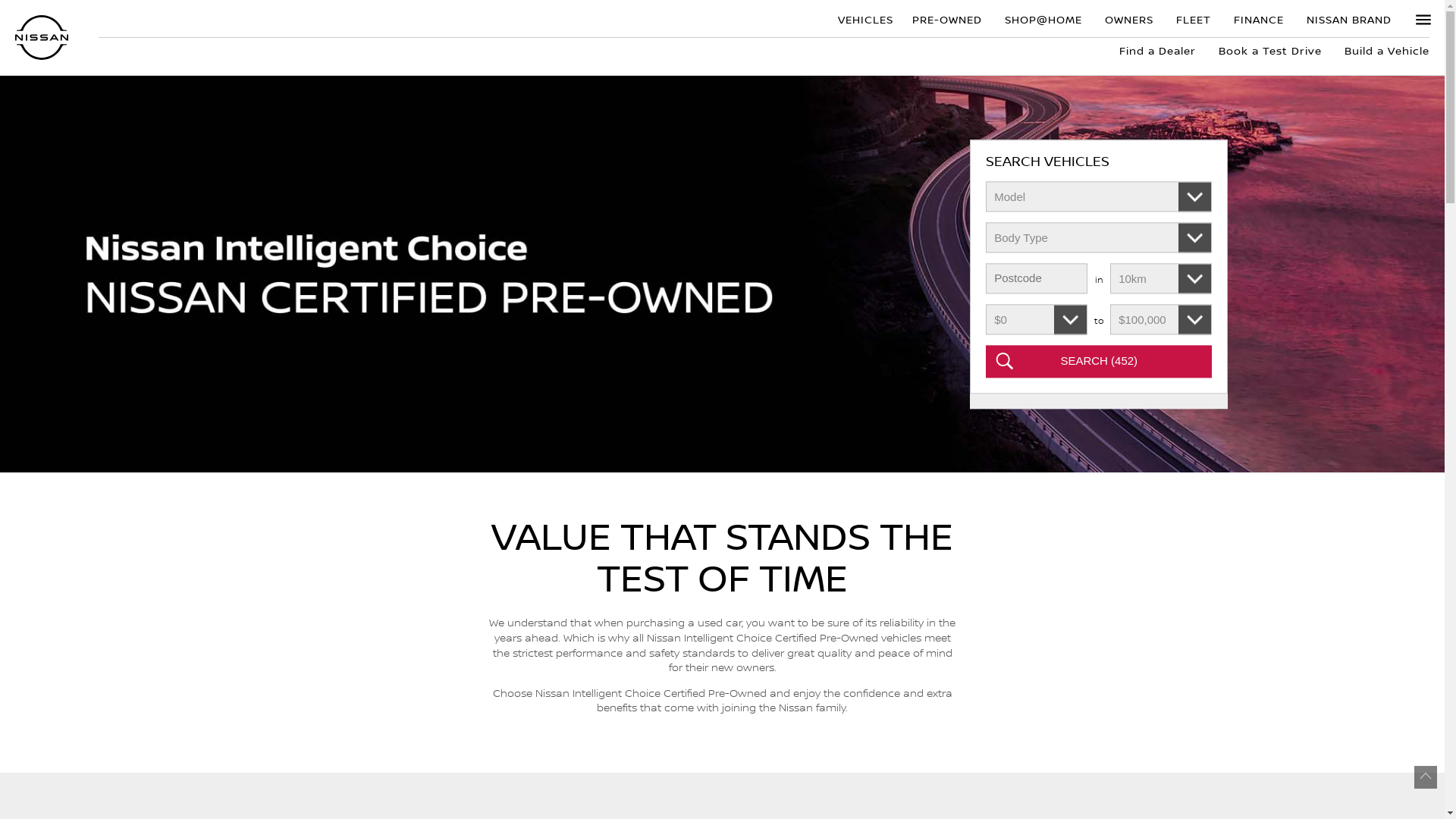 This screenshot has width=1456, height=819. I want to click on 'OWNERS', so click(1128, 18).